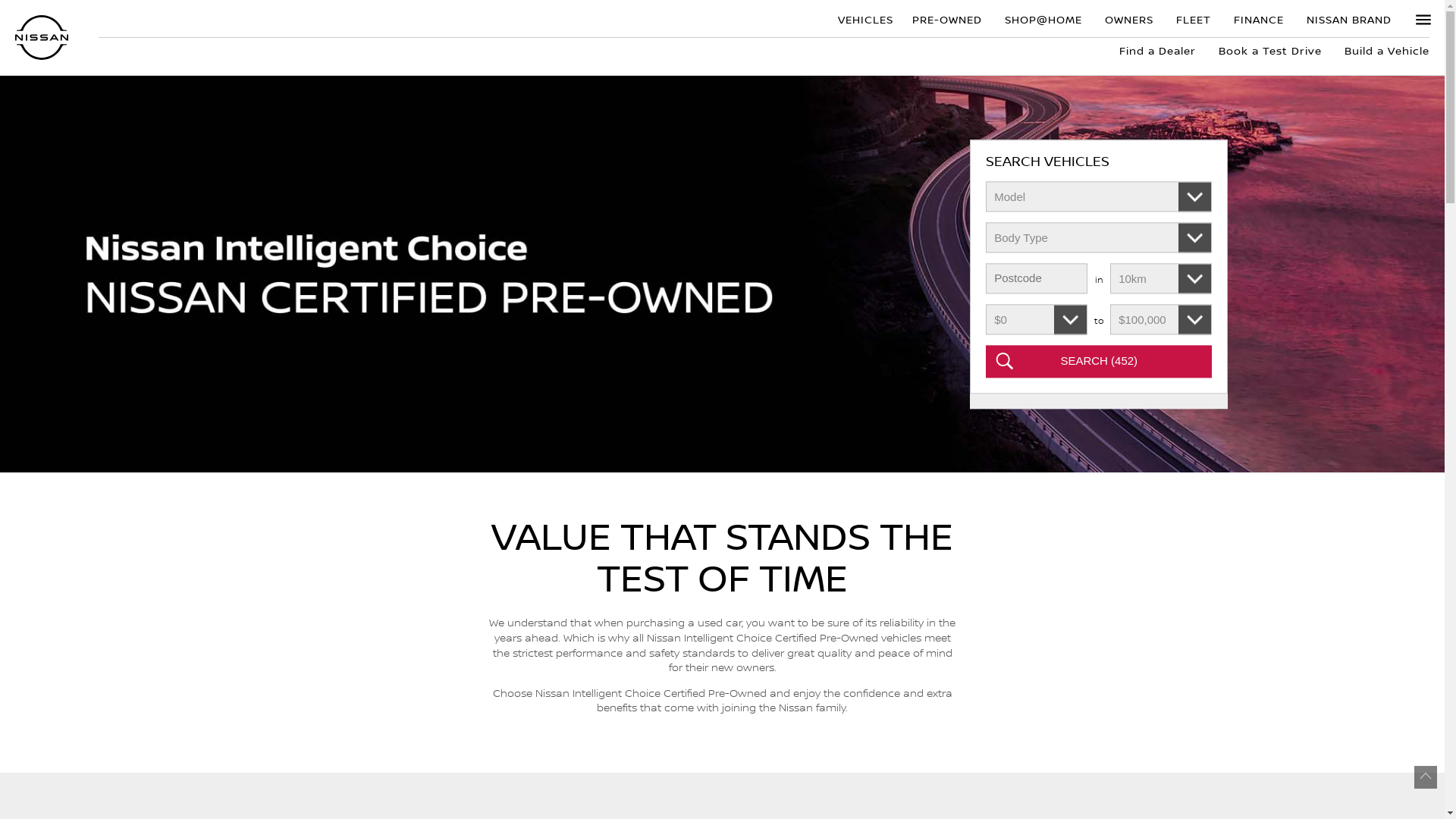 This screenshot has width=1456, height=819. I want to click on 'OWNERS', so click(1128, 18).